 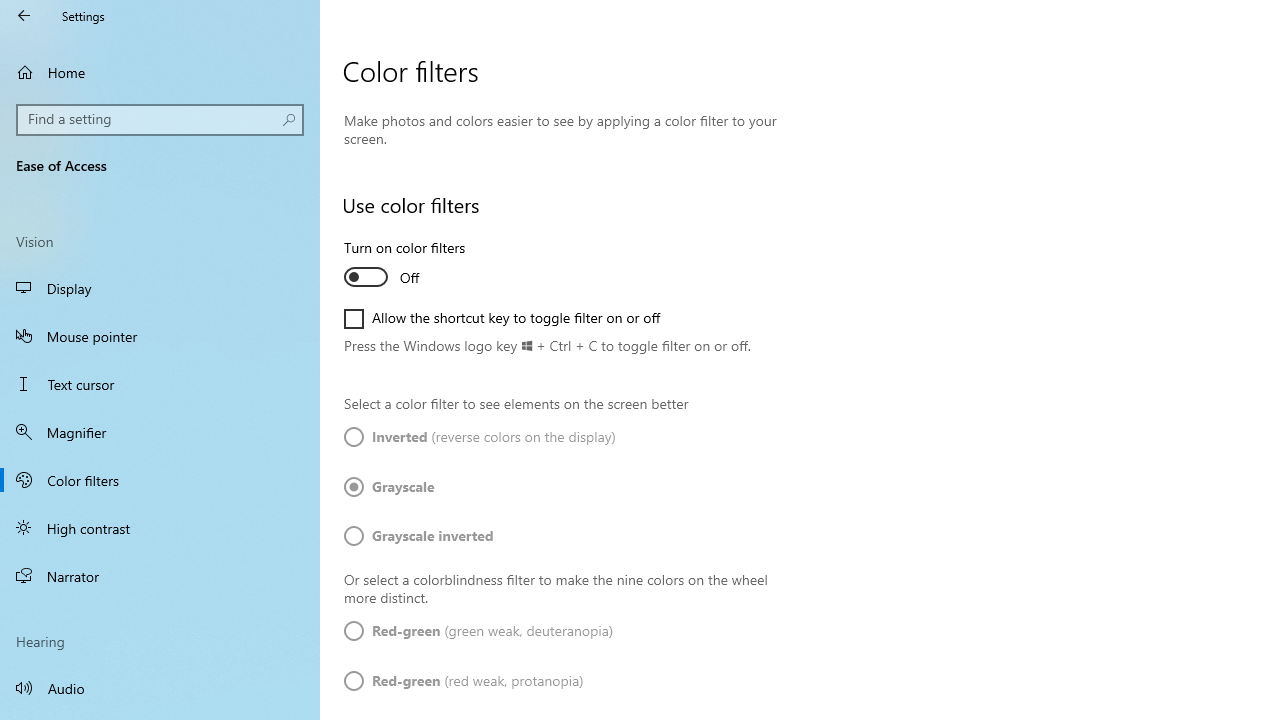 I want to click on 'Display', so click(x=160, y=288).